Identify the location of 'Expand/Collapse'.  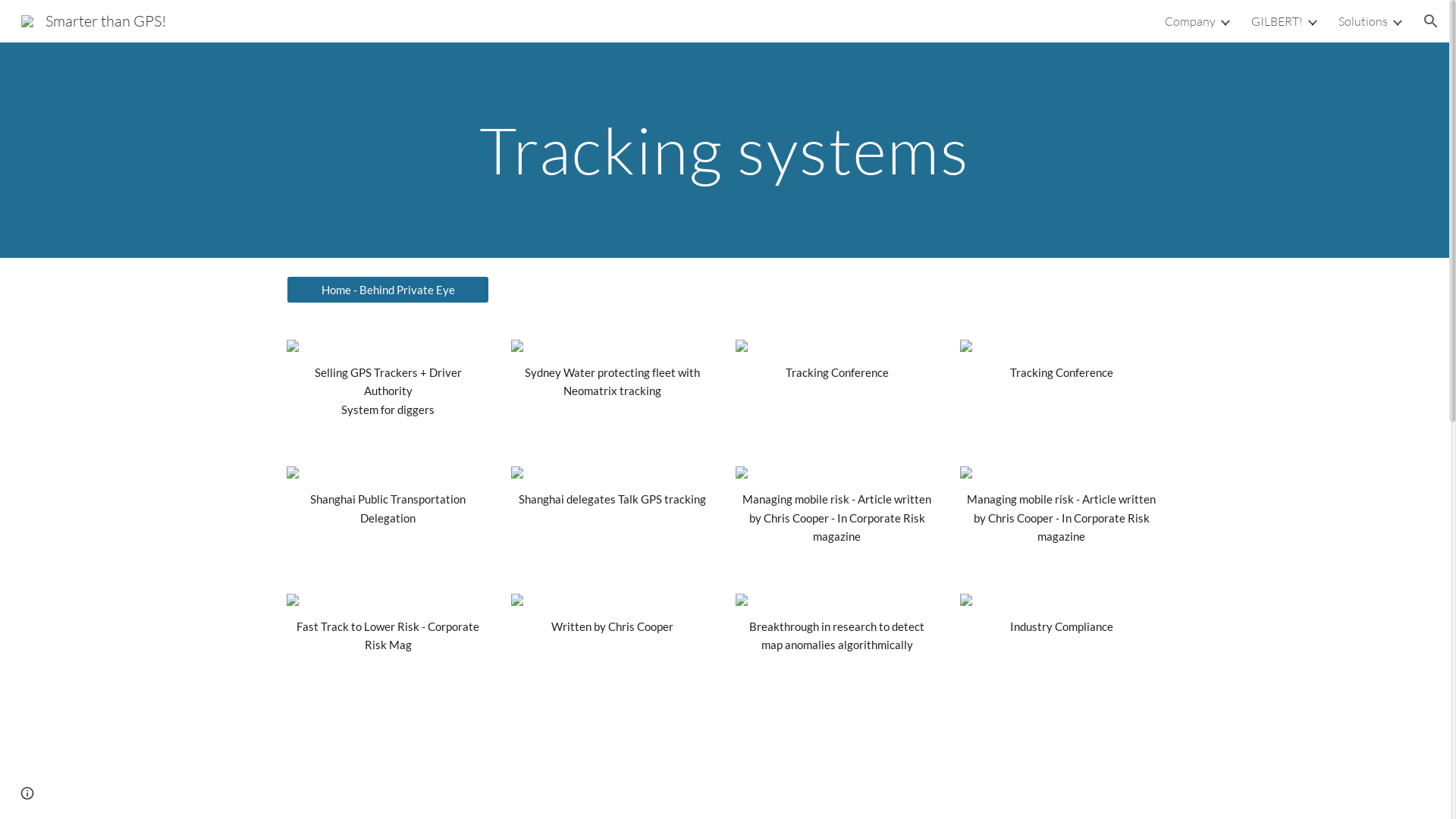
(1390, 20).